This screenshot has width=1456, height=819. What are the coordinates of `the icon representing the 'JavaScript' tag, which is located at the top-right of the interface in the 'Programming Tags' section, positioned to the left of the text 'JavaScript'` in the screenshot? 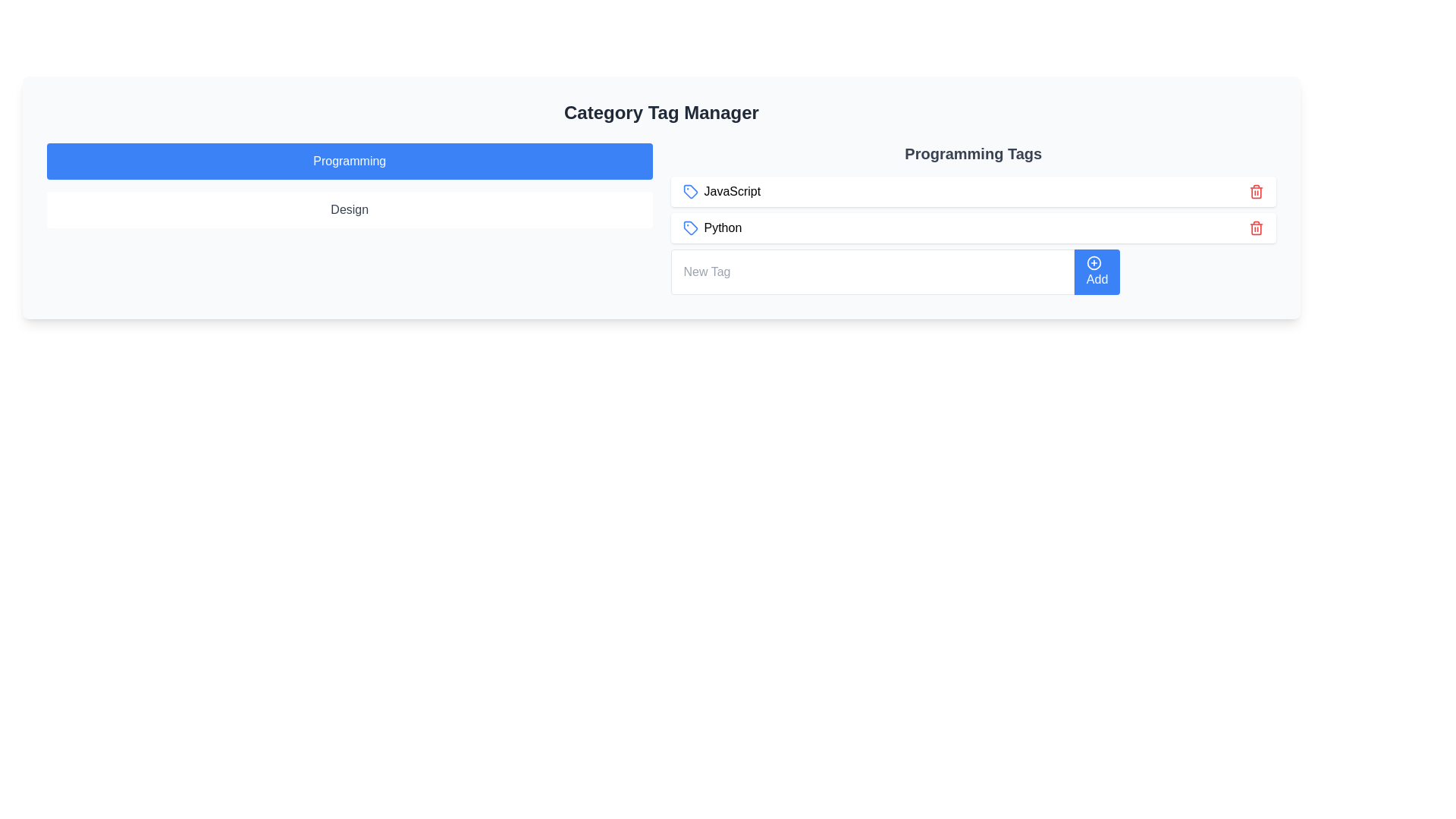 It's located at (689, 191).